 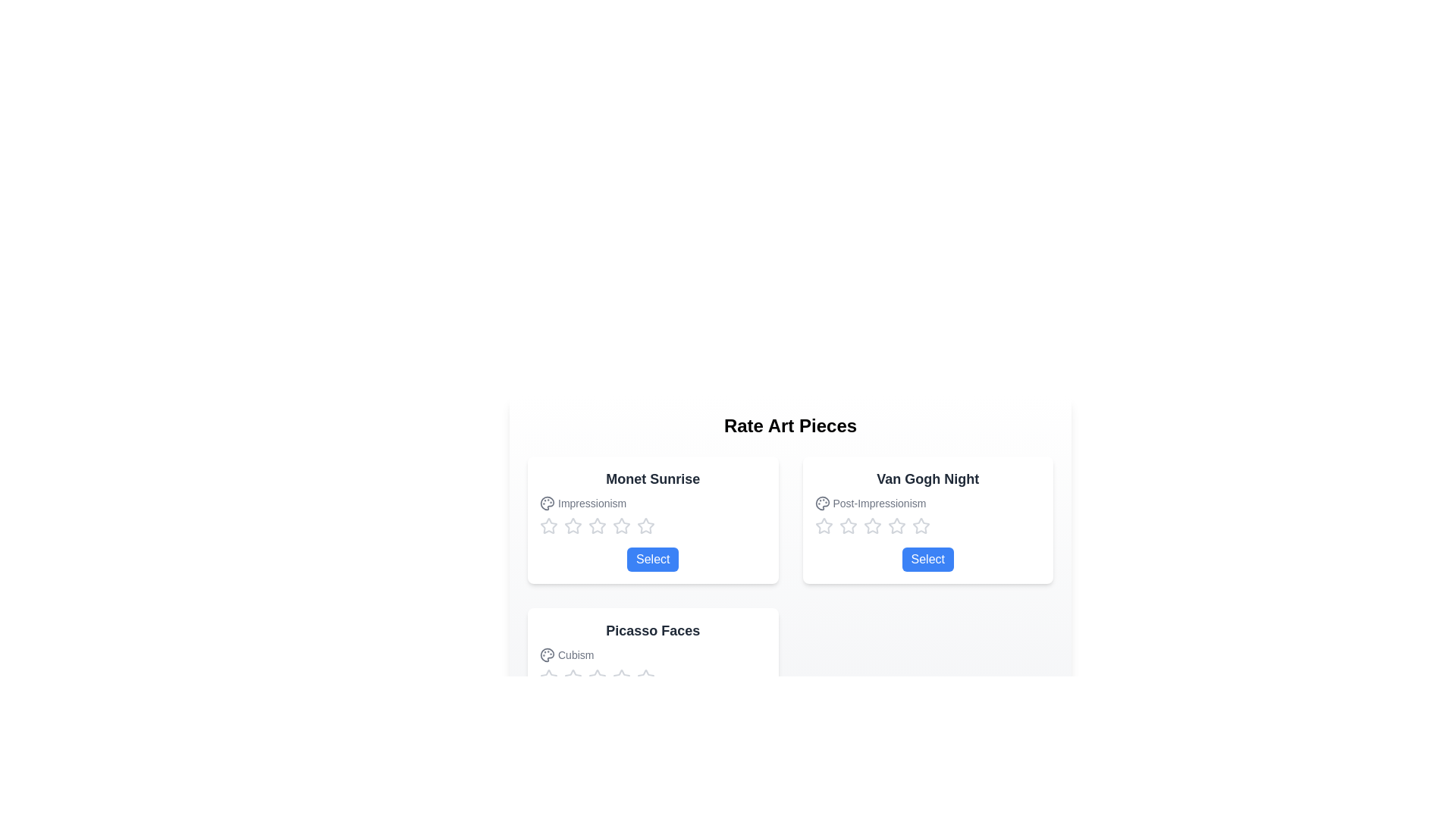 I want to click on the first star in the rating interface under the 'Picasso Faces' card to trigger a hover effect, so click(x=596, y=676).